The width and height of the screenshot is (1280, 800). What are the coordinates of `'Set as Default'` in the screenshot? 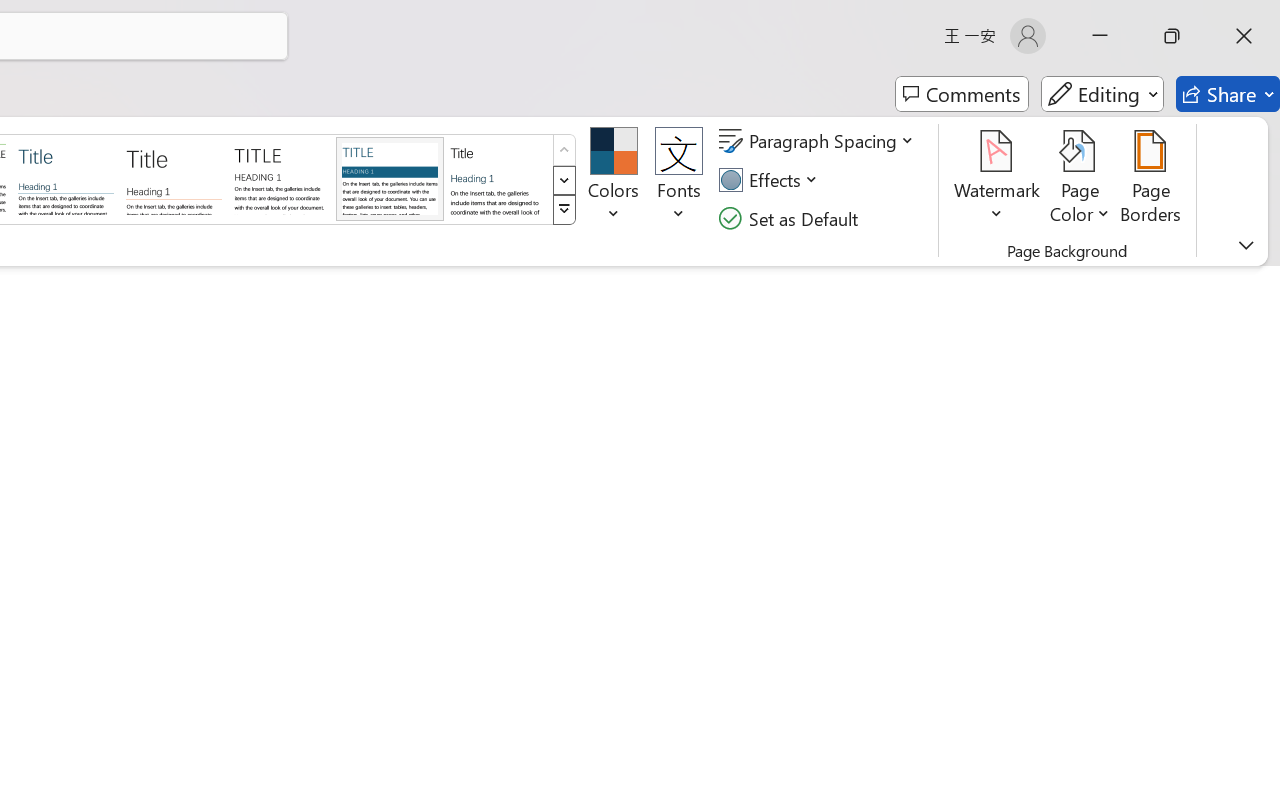 It's located at (790, 218).